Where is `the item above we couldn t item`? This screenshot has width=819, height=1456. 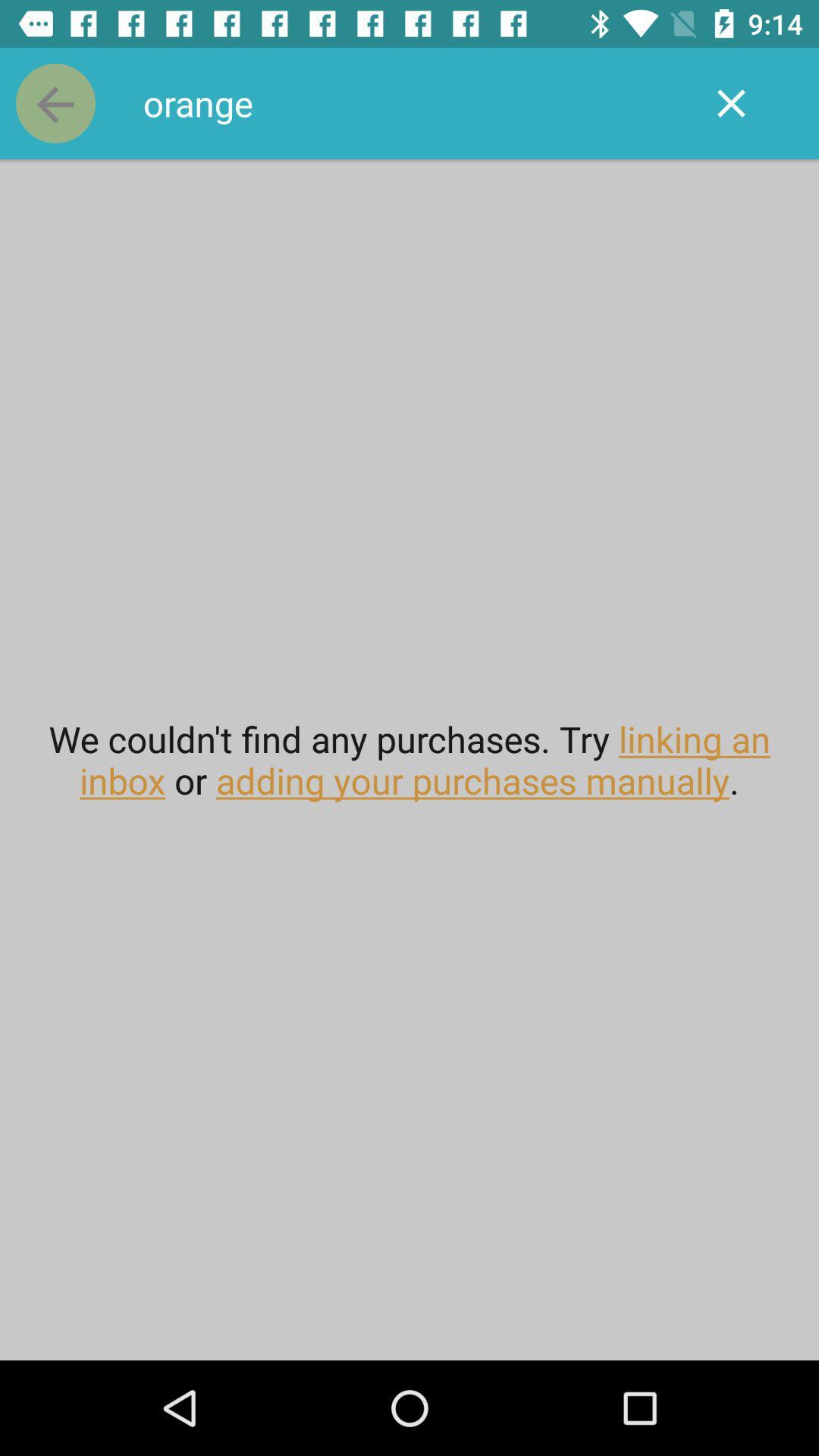 the item above we couldn t item is located at coordinates (409, 102).